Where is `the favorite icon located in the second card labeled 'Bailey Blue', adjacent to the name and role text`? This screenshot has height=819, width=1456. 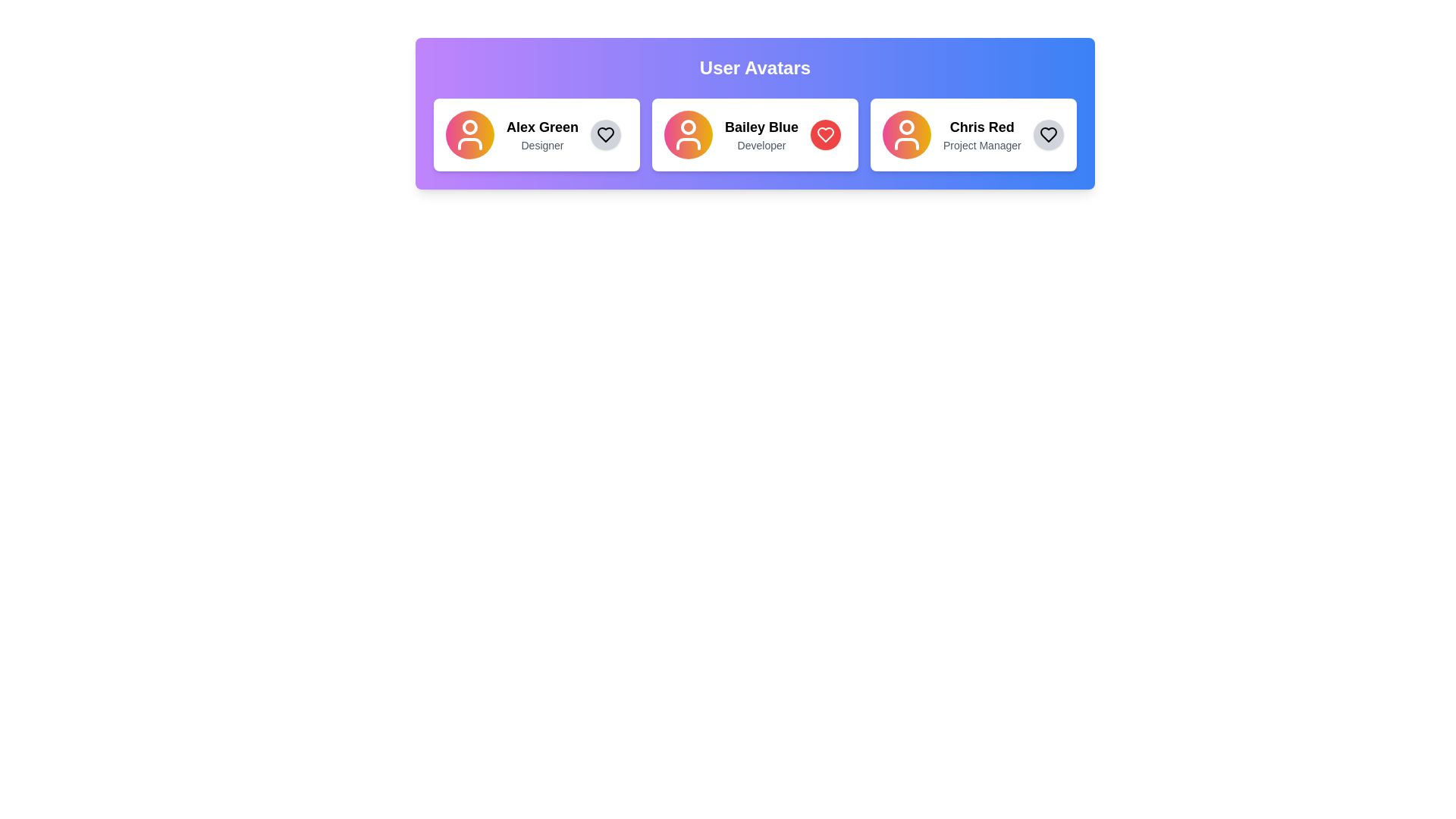 the favorite icon located in the second card labeled 'Bailey Blue', adjacent to the name and role text is located at coordinates (825, 133).